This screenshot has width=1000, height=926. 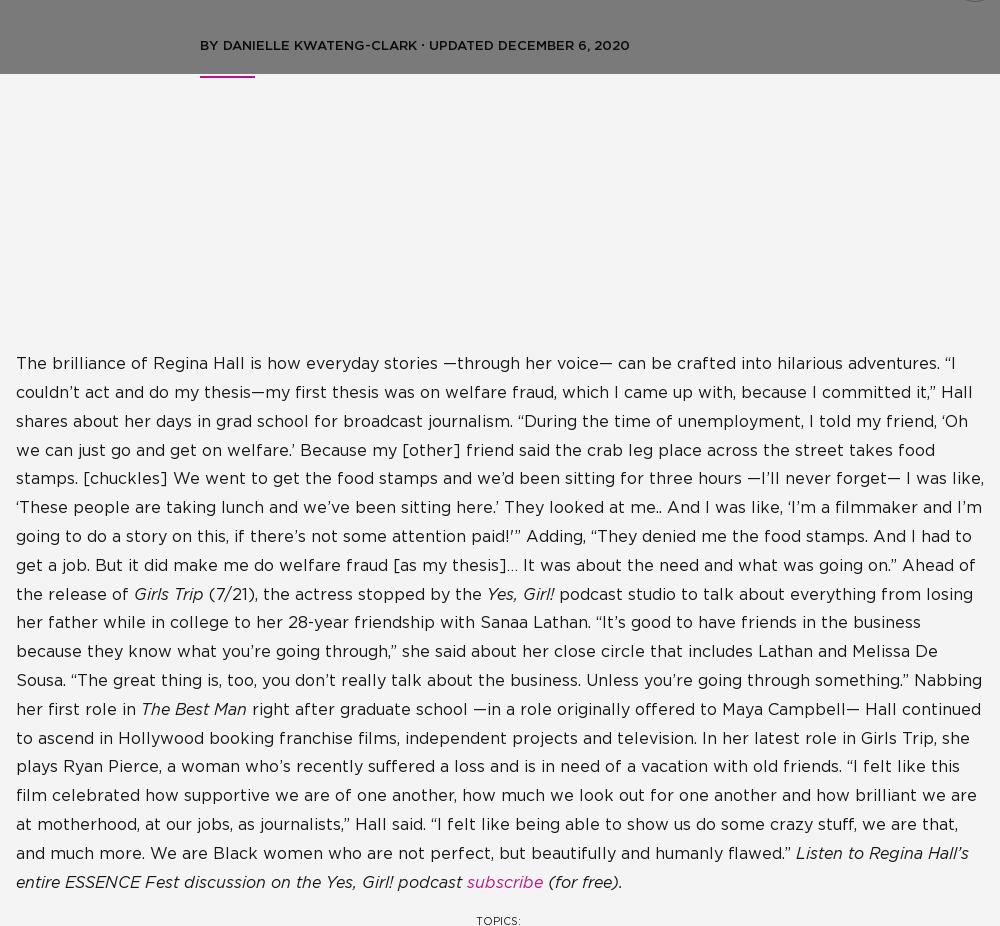 I want to click on 'Girls Trip', so click(x=169, y=593).